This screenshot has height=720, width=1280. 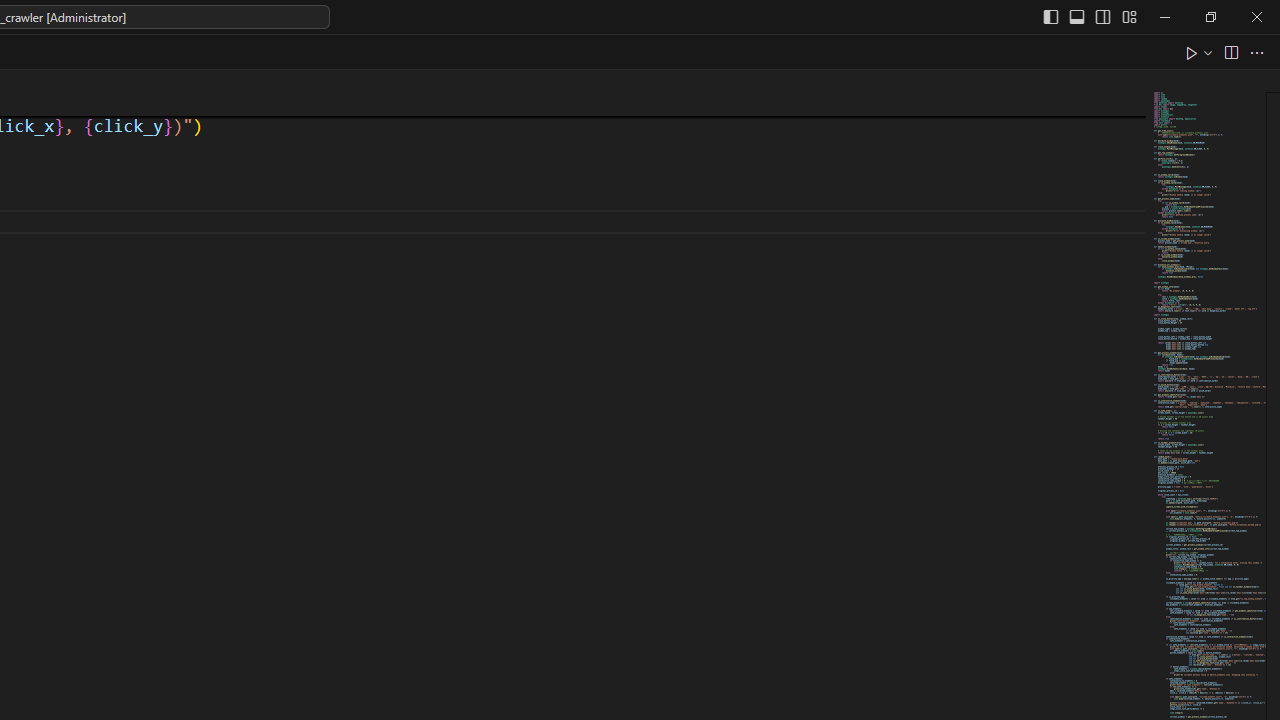 I want to click on 'Run or Debug...', so click(x=1207, y=51).